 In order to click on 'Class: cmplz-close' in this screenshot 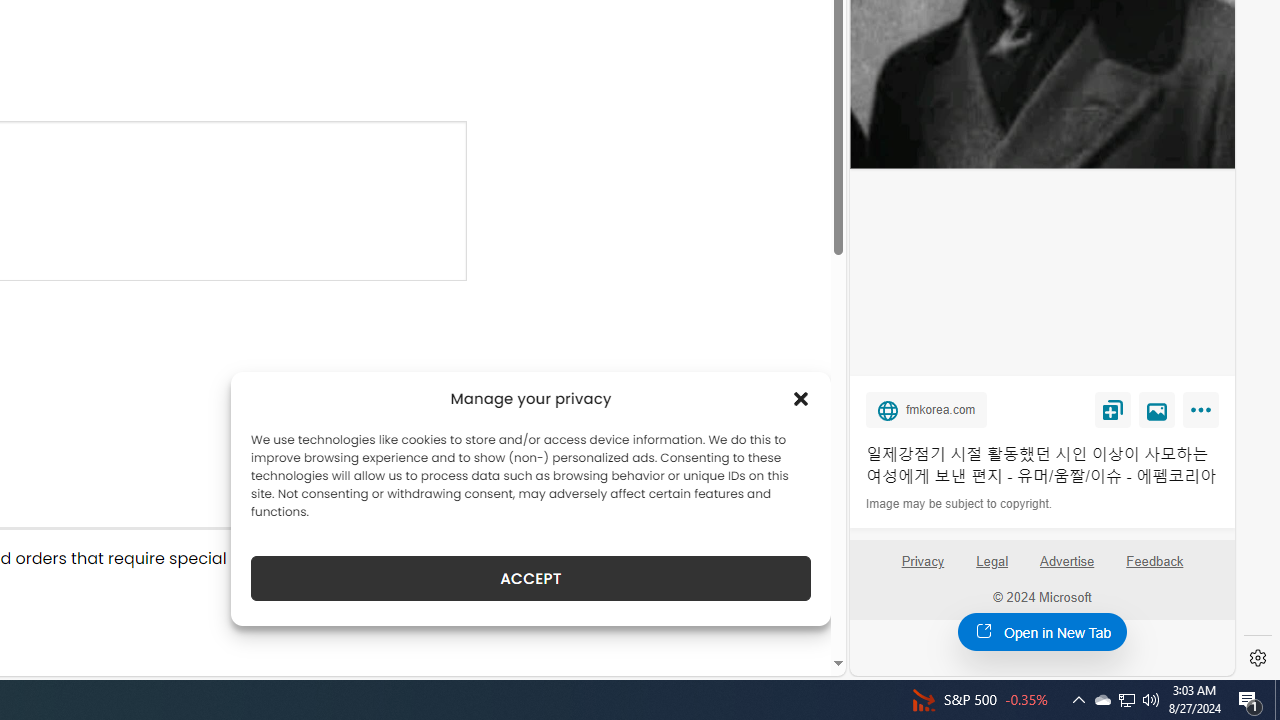, I will do `click(801, 398)`.